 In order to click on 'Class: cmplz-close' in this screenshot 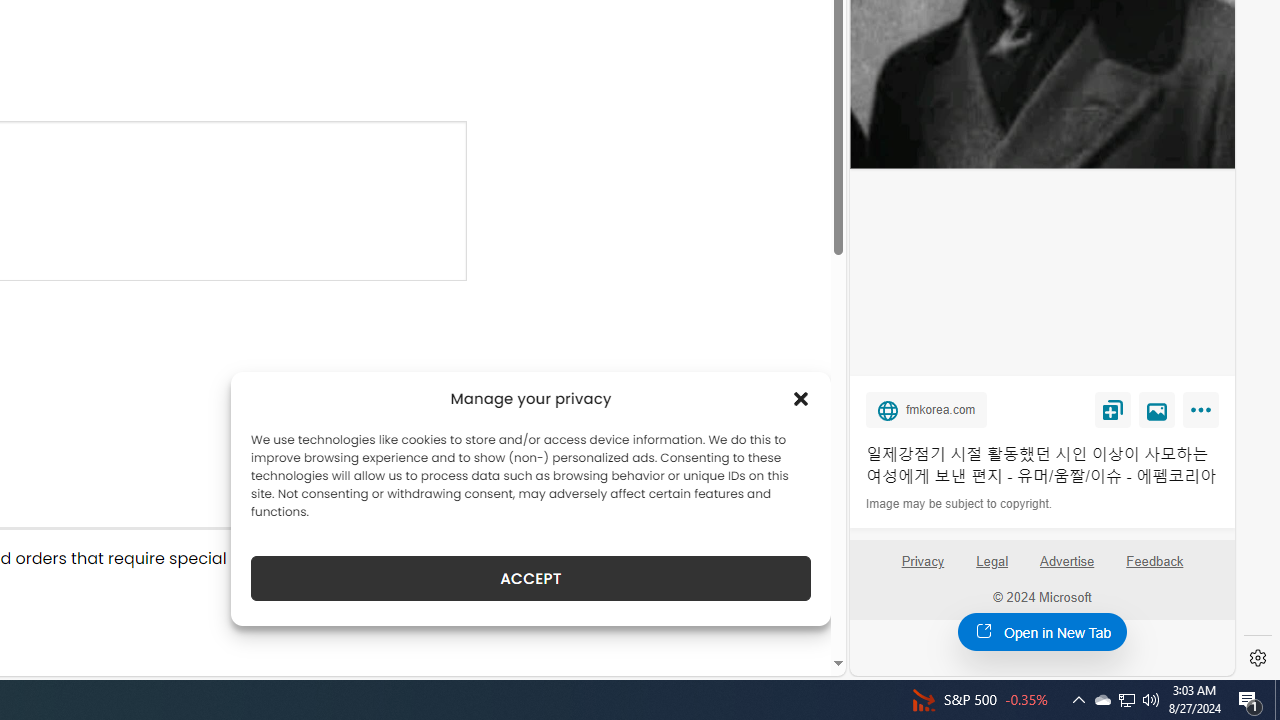, I will do `click(801, 398)`.